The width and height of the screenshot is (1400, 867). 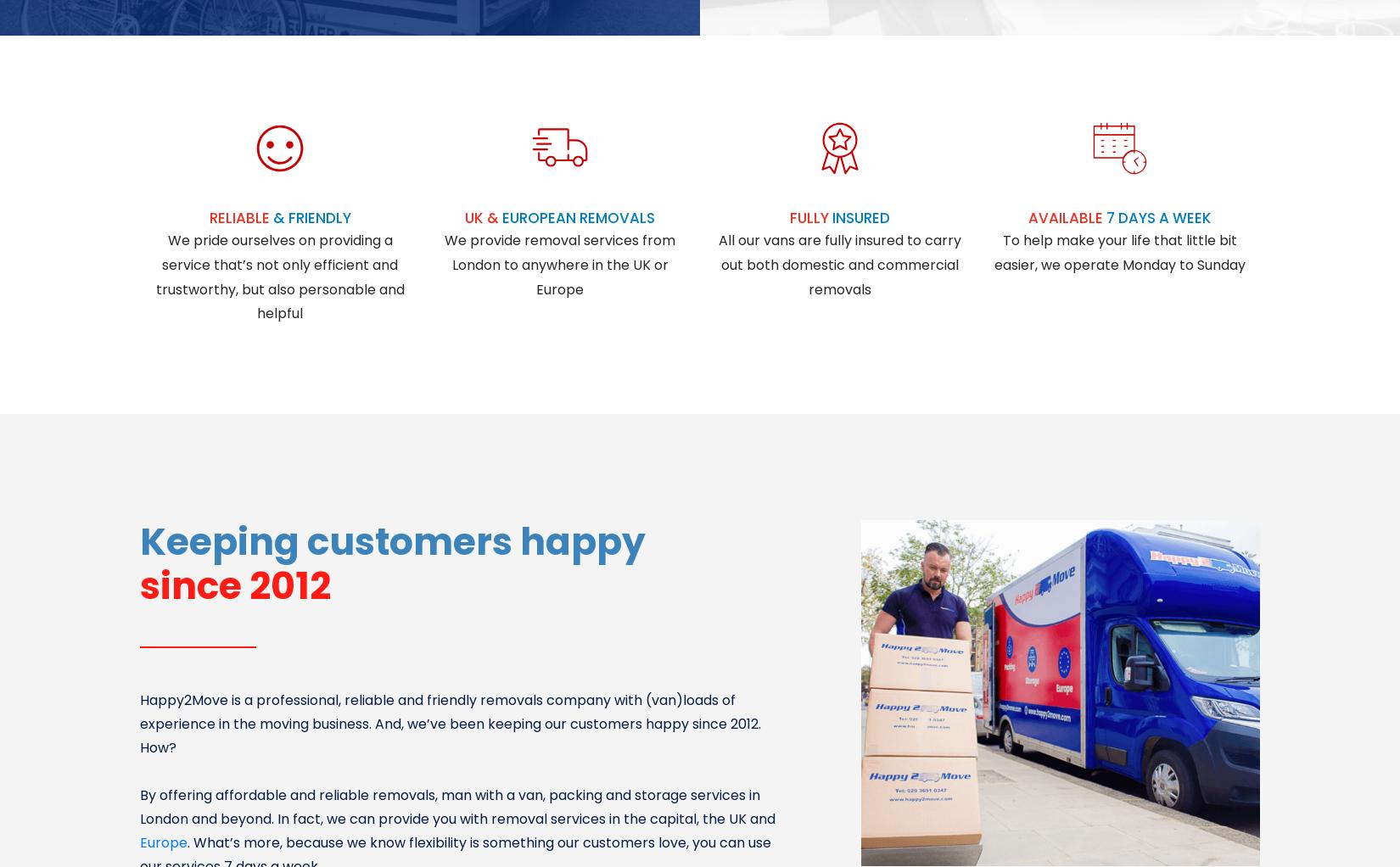 What do you see at coordinates (577, 217) in the screenshot?
I see `'EUROPEAN REMOVALS'` at bounding box center [577, 217].